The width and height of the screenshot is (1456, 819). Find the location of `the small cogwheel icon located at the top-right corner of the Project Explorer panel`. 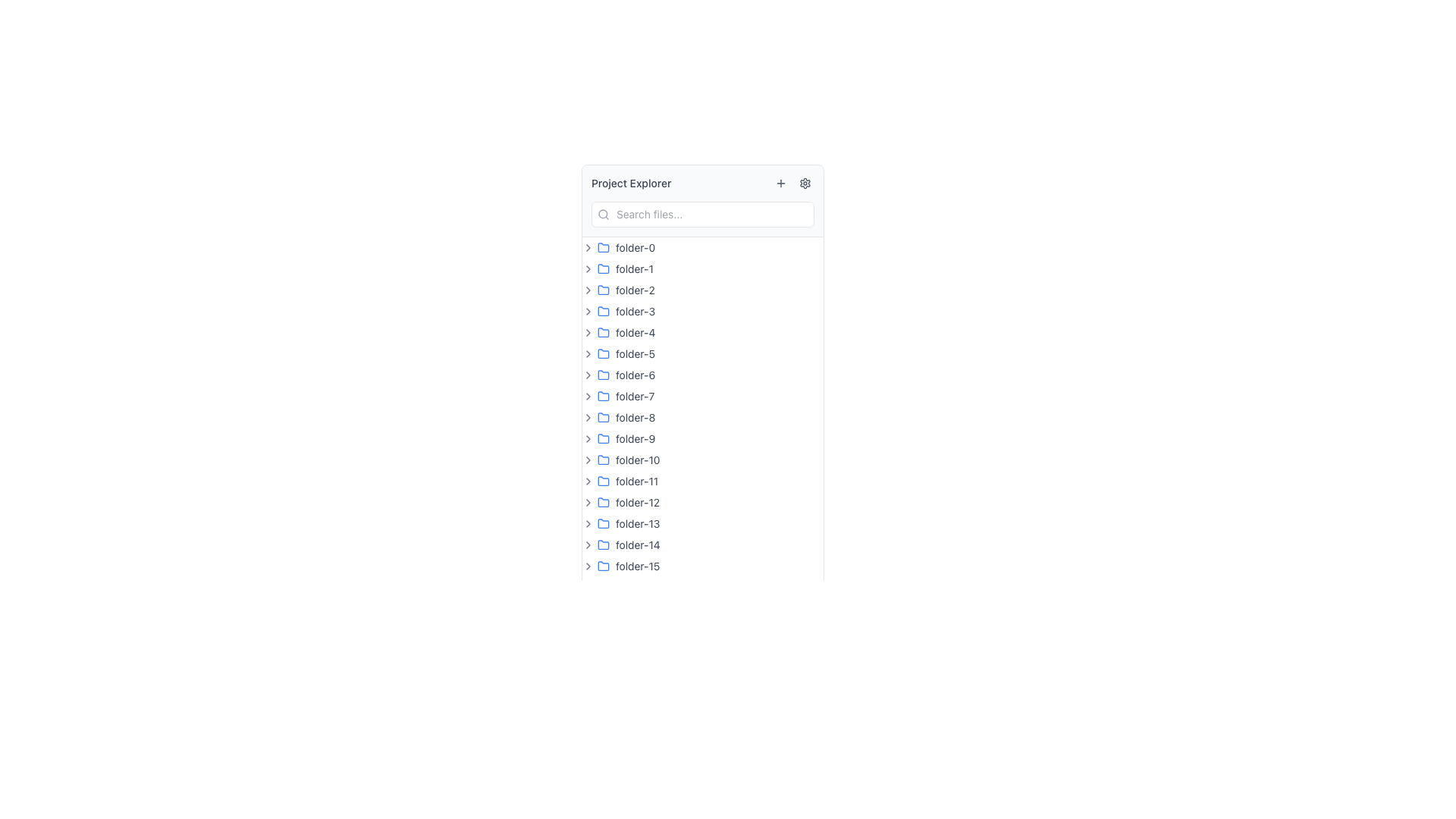

the small cogwheel icon located at the top-right corner of the Project Explorer panel is located at coordinates (804, 183).